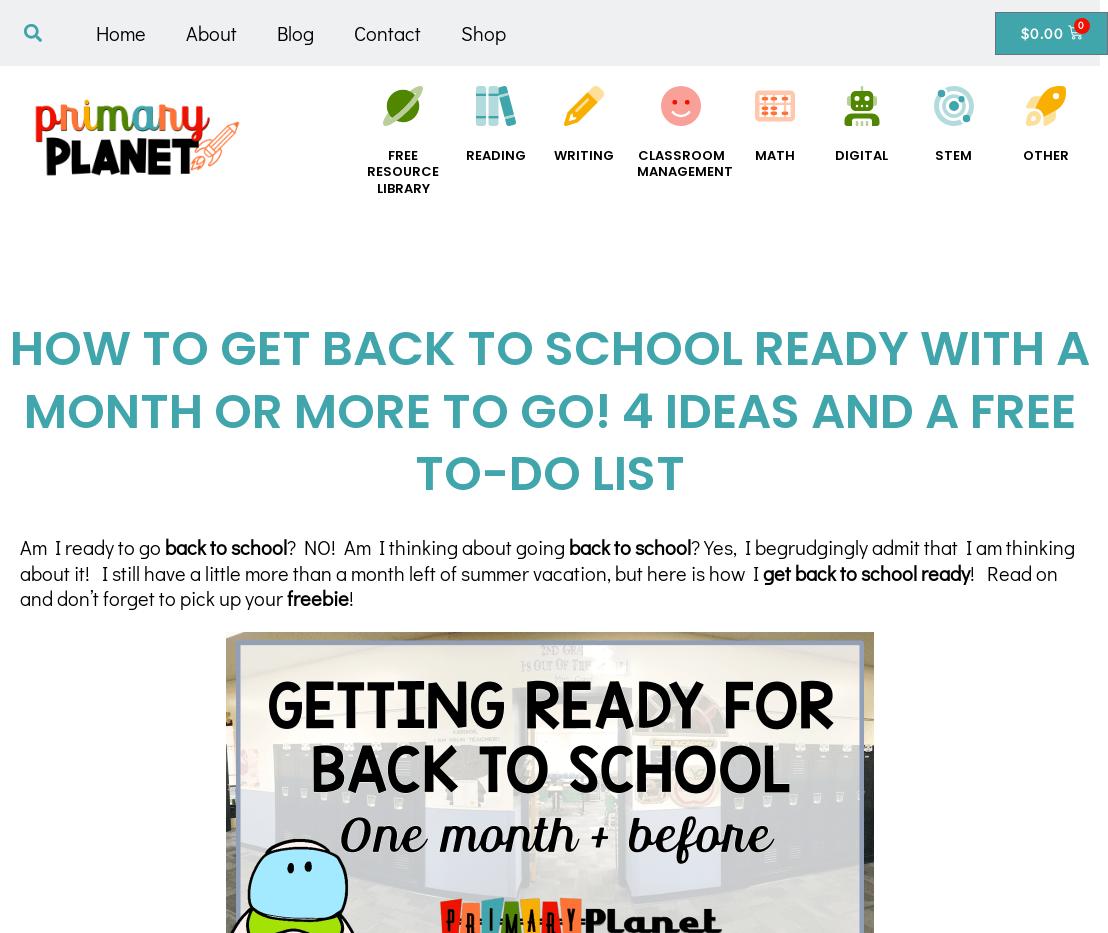 The height and width of the screenshot is (933, 1108). I want to click on 'Digital', so click(834, 153).